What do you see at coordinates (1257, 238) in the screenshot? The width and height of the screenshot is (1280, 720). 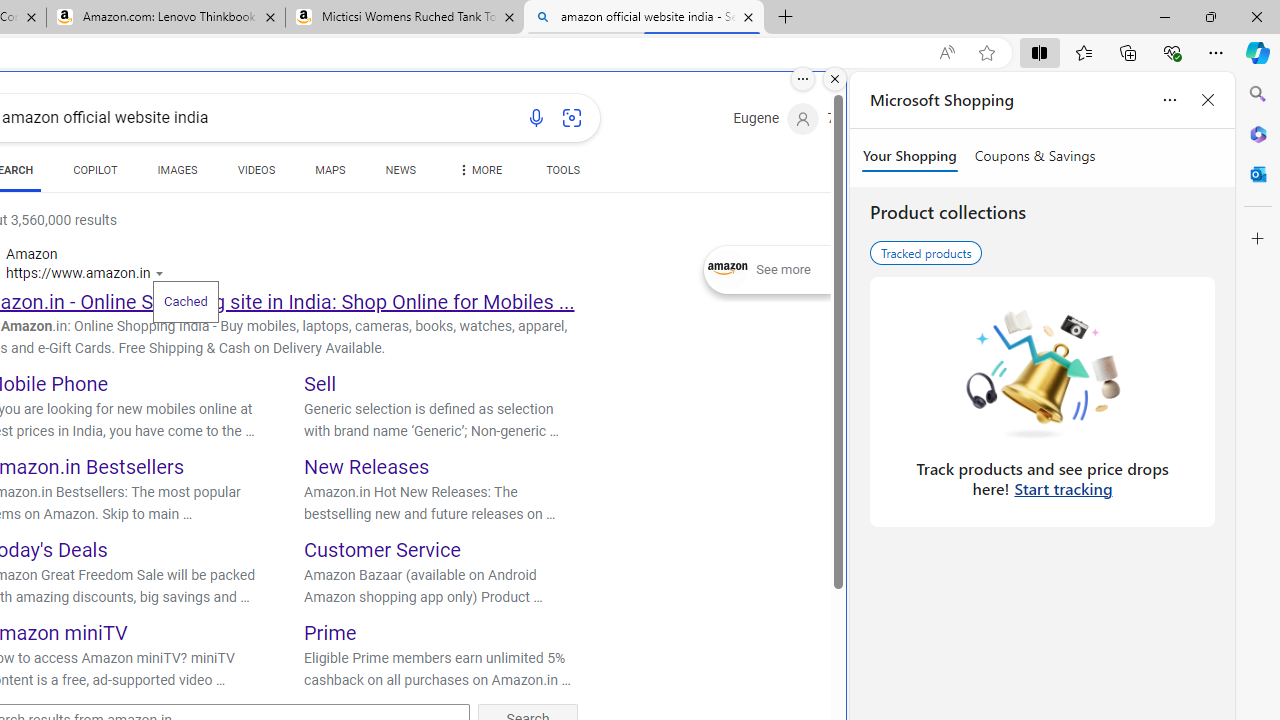 I see `'Customize'` at bounding box center [1257, 238].